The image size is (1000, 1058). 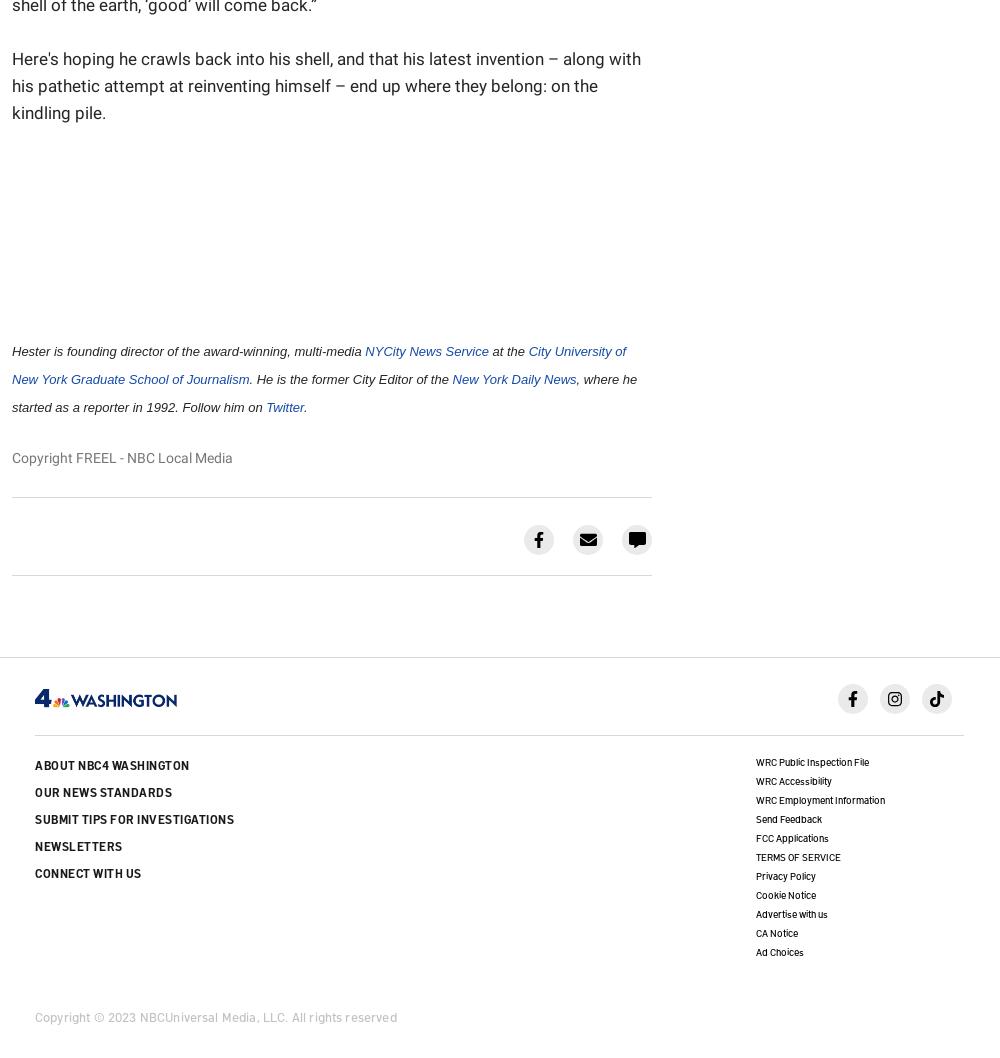 What do you see at coordinates (779, 951) in the screenshot?
I see `'Ad Choices'` at bounding box center [779, 951].